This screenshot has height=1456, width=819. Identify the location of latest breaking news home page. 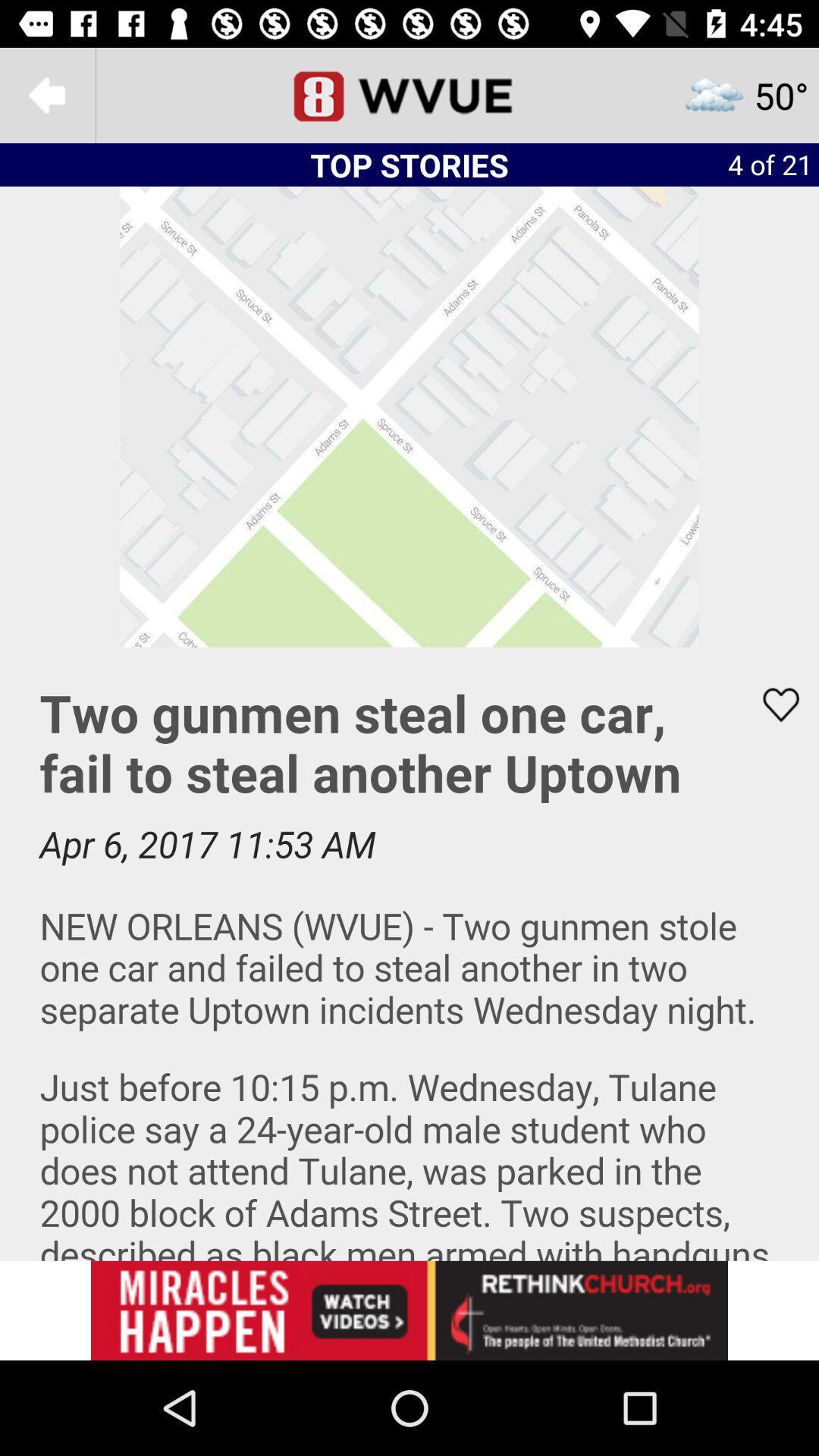
(409, 94).